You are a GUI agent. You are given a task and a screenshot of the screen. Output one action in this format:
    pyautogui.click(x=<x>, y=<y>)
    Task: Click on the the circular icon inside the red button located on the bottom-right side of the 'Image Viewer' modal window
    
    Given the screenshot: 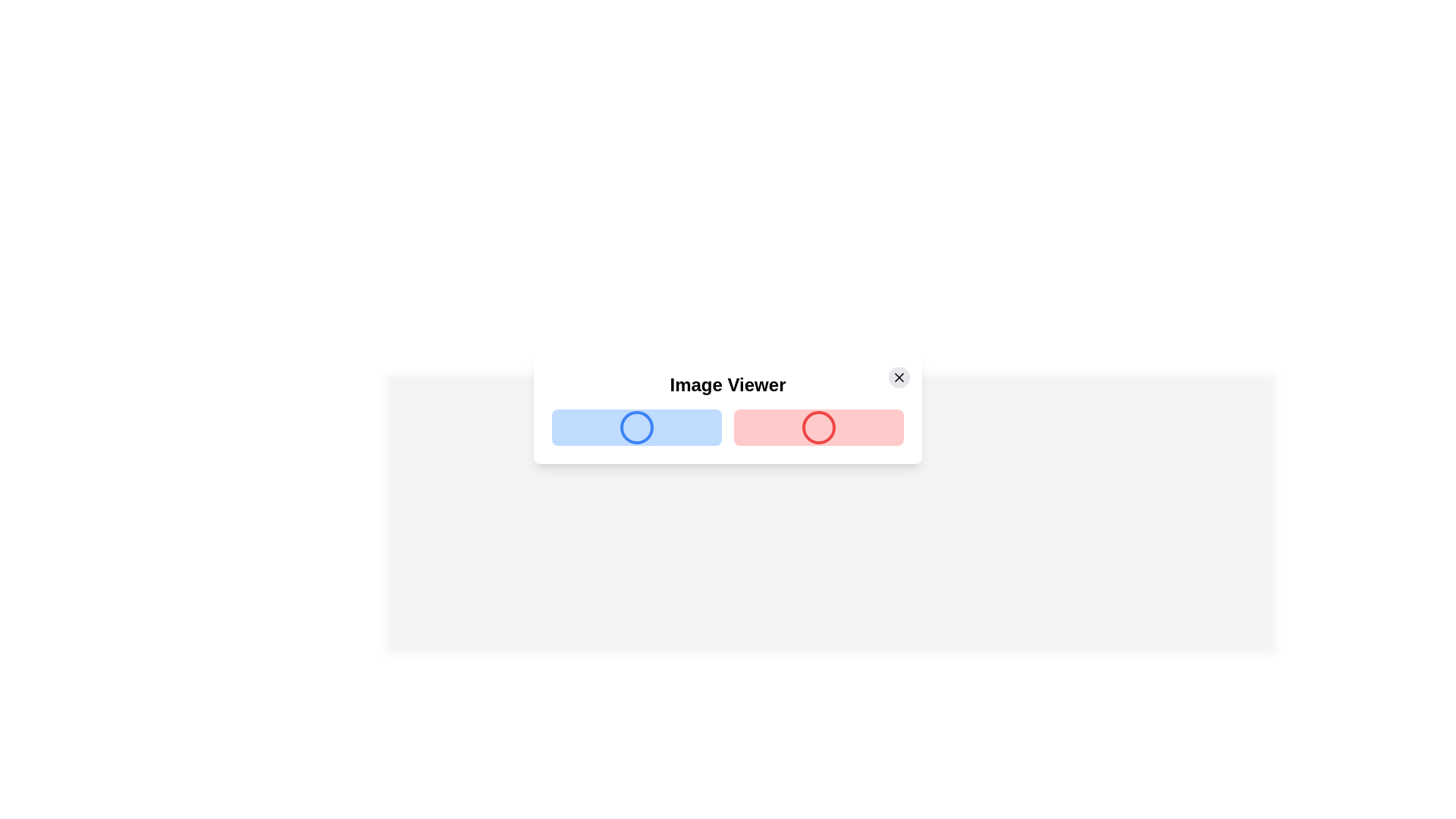 What is the action you would take?
    pyautogui.click(x=818, y=427)
    